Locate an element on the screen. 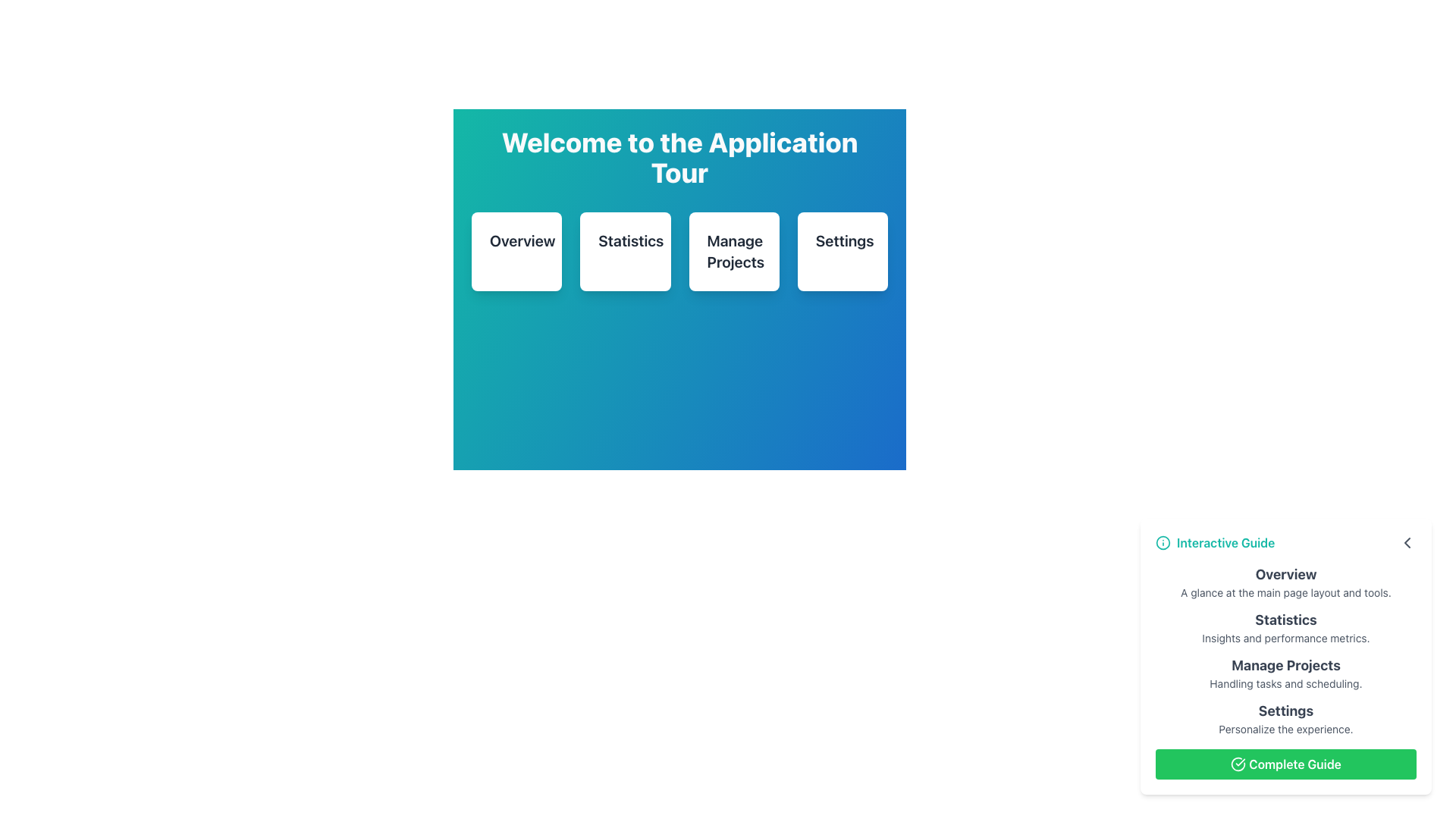 This screenshot has width=1456, height=819. the 'Settings' text header located in the fourth position of the vertical list in the right-hand panel is located at coordinates (1285, 711).